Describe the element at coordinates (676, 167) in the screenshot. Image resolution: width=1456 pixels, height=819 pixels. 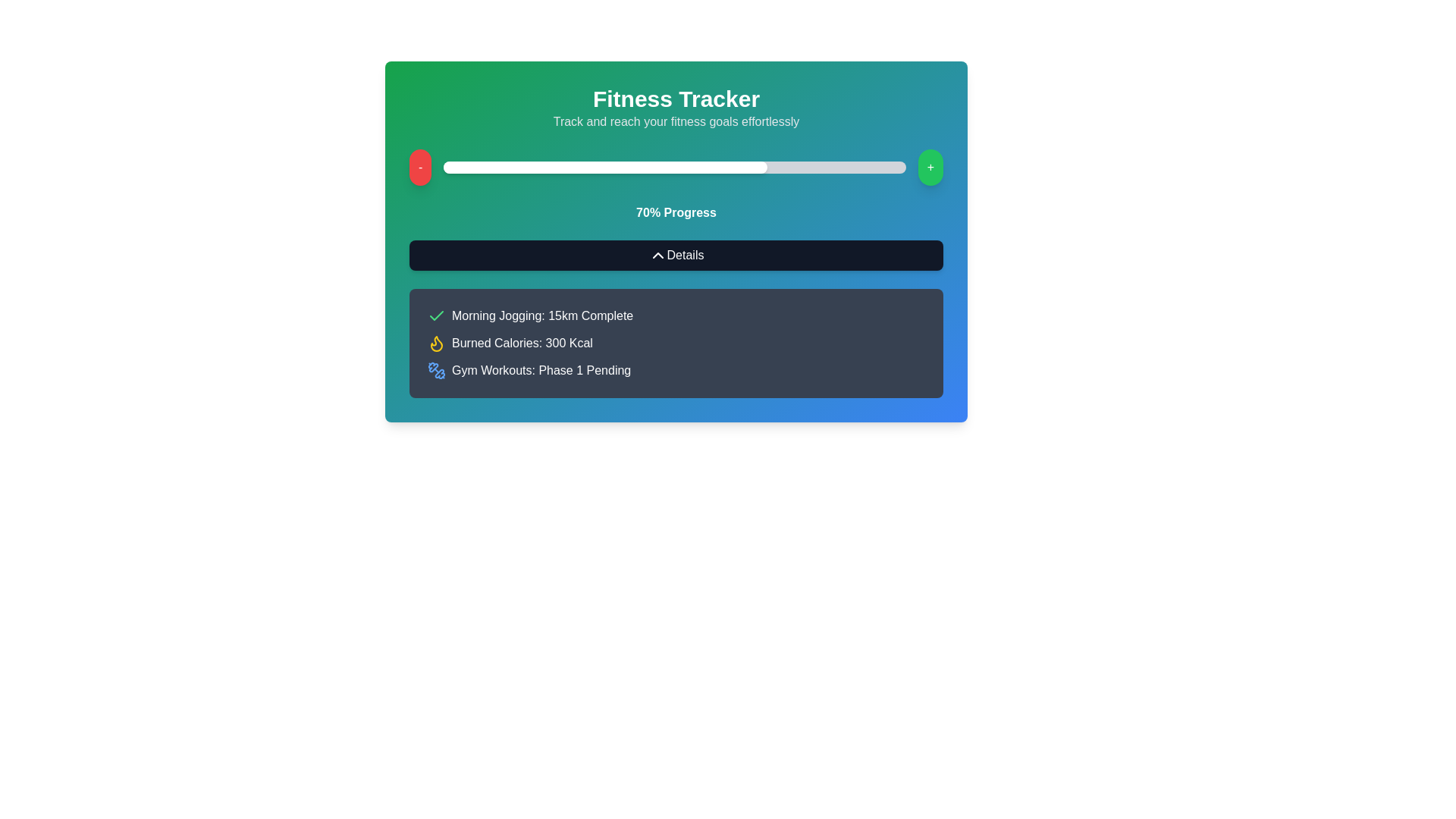
I see `the progress indicator of the horizontal progress bar in the fitness tracking interface` at that location.